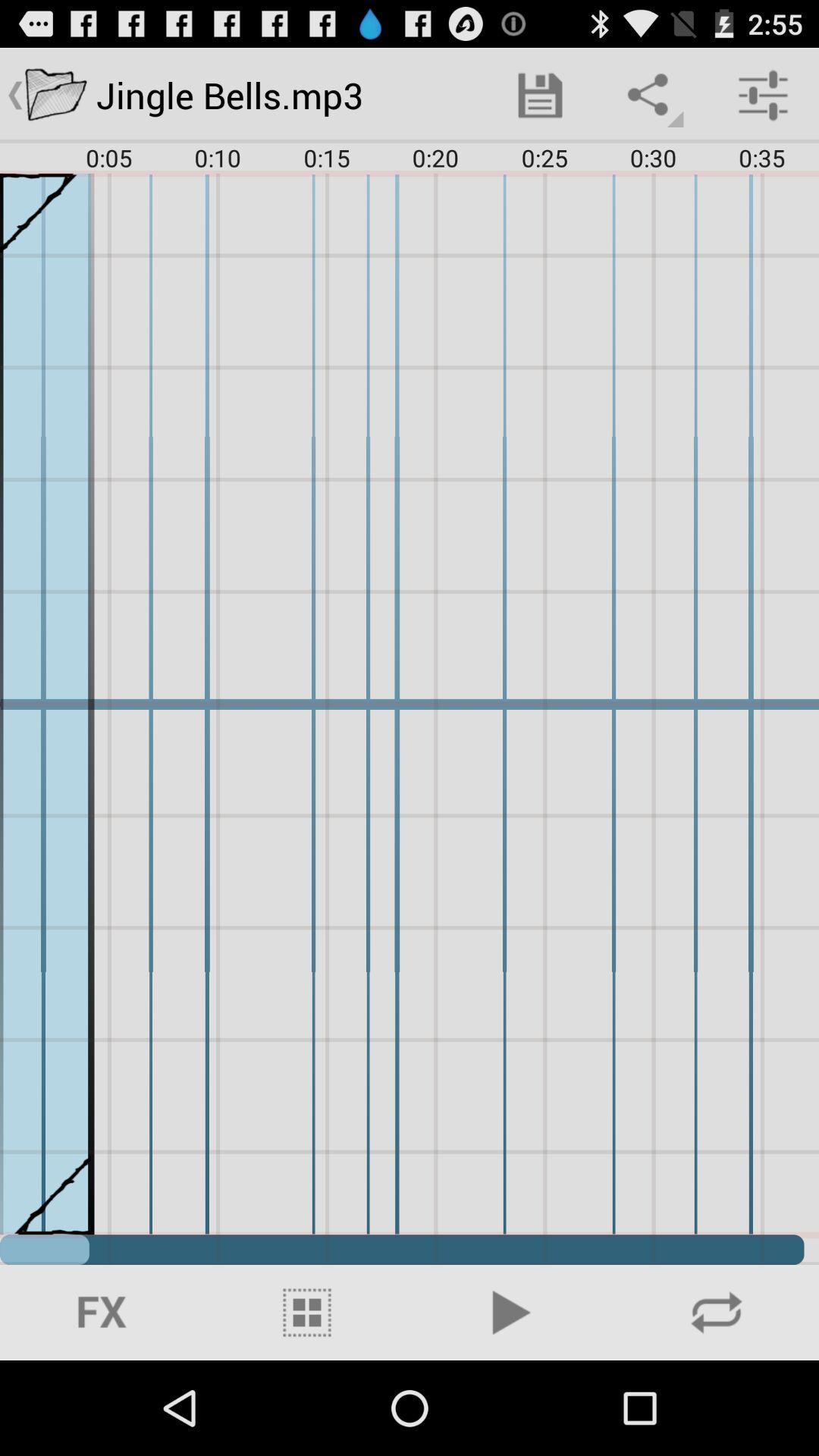 The image size is (819, 1456). I want to click on icon at the bottom right corner, so click(717, 1312).